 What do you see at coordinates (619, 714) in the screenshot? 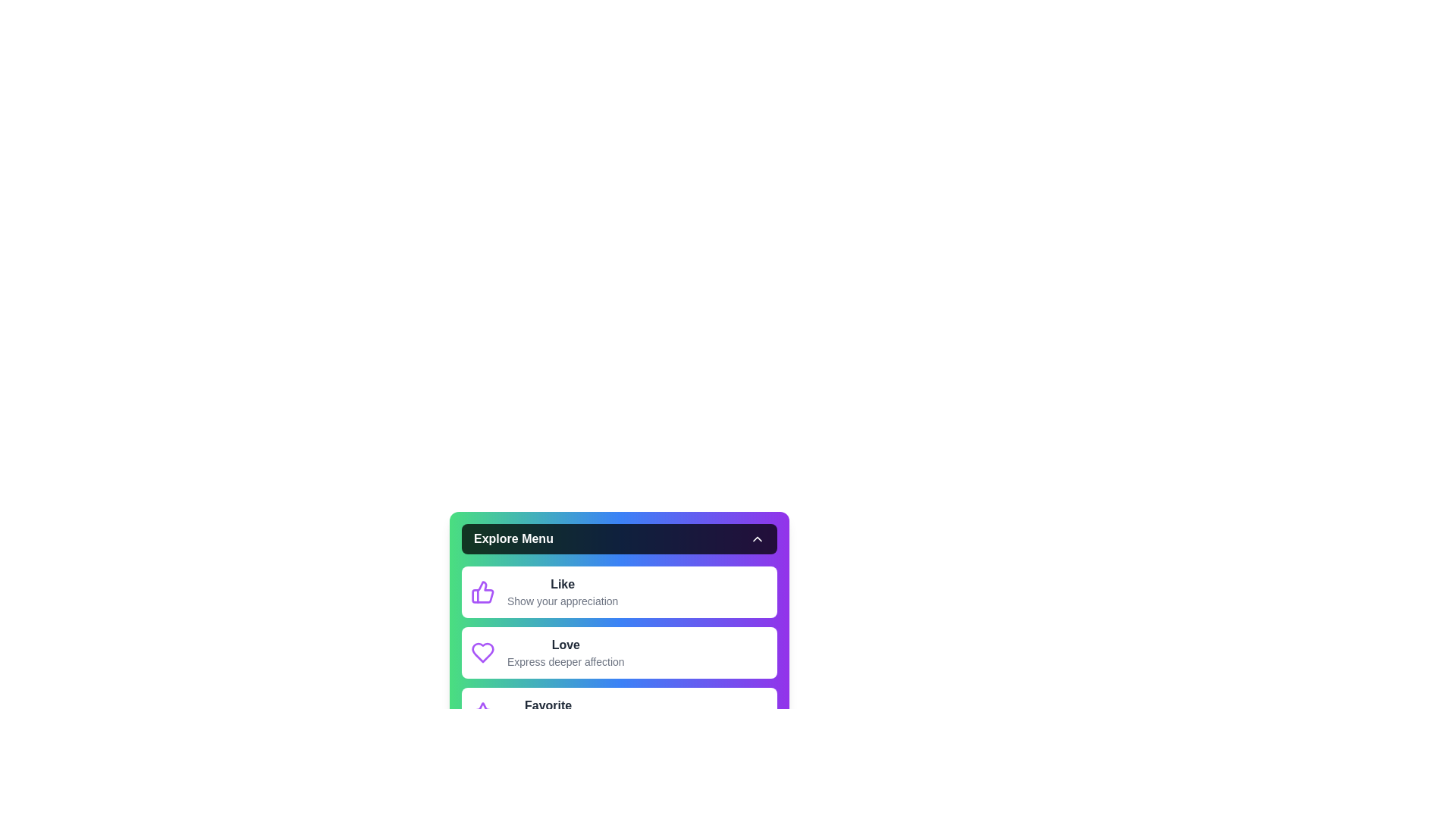
I see `the menu option Favorite to view its description` at bounding box center [619, 714].